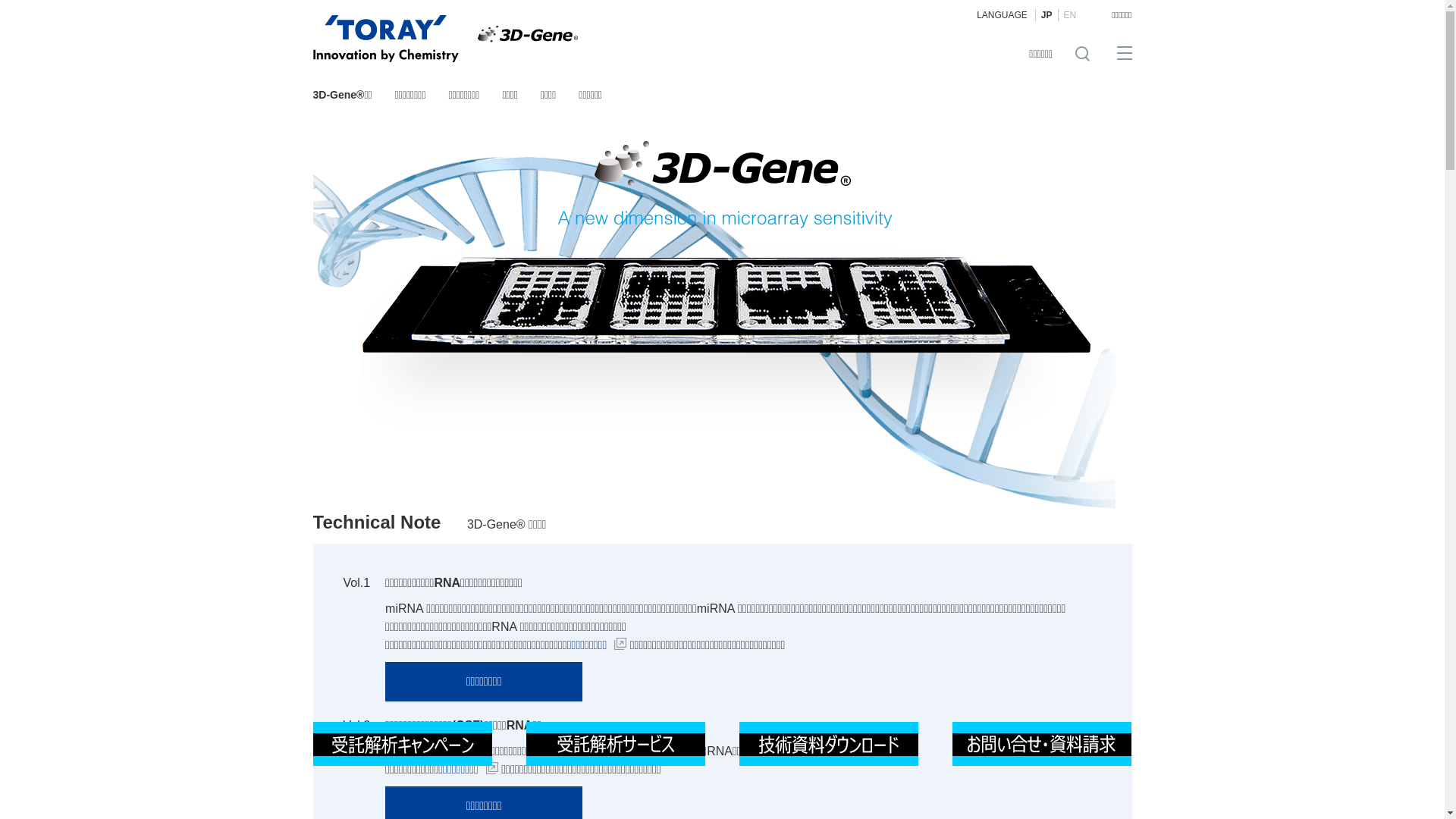 The width and height of the screenshot is (1456, 819). What do you see at coordinates (1046, 14) in the screenshot?
I see `'JP'` at bounding box center [1046, 14].